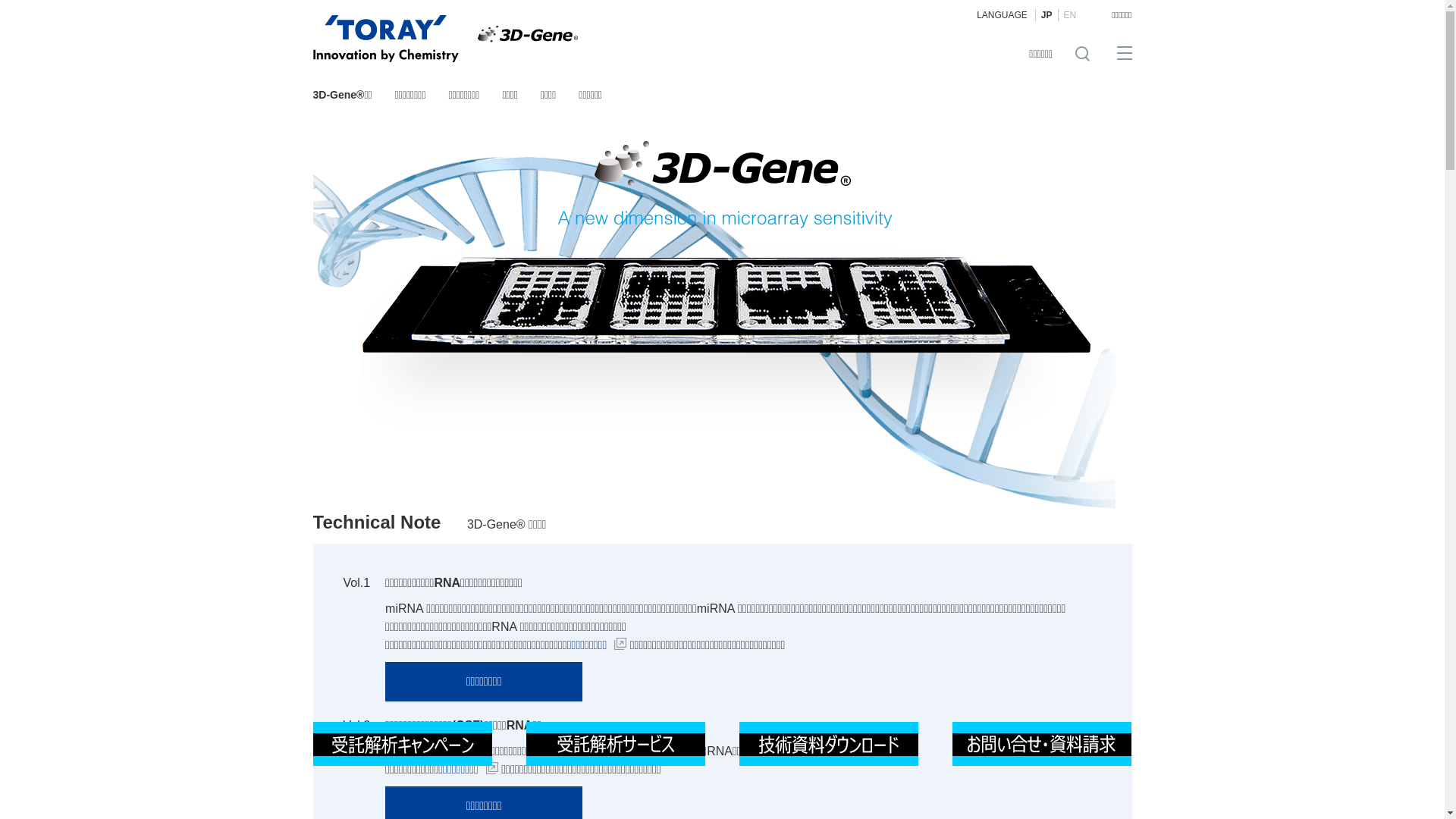 The width and height of the screenshot is (1456, 819). What do you see at coordinates (1046, 14) in the screenshot?
I see `'JP'` at bounding box center [1046, 14].